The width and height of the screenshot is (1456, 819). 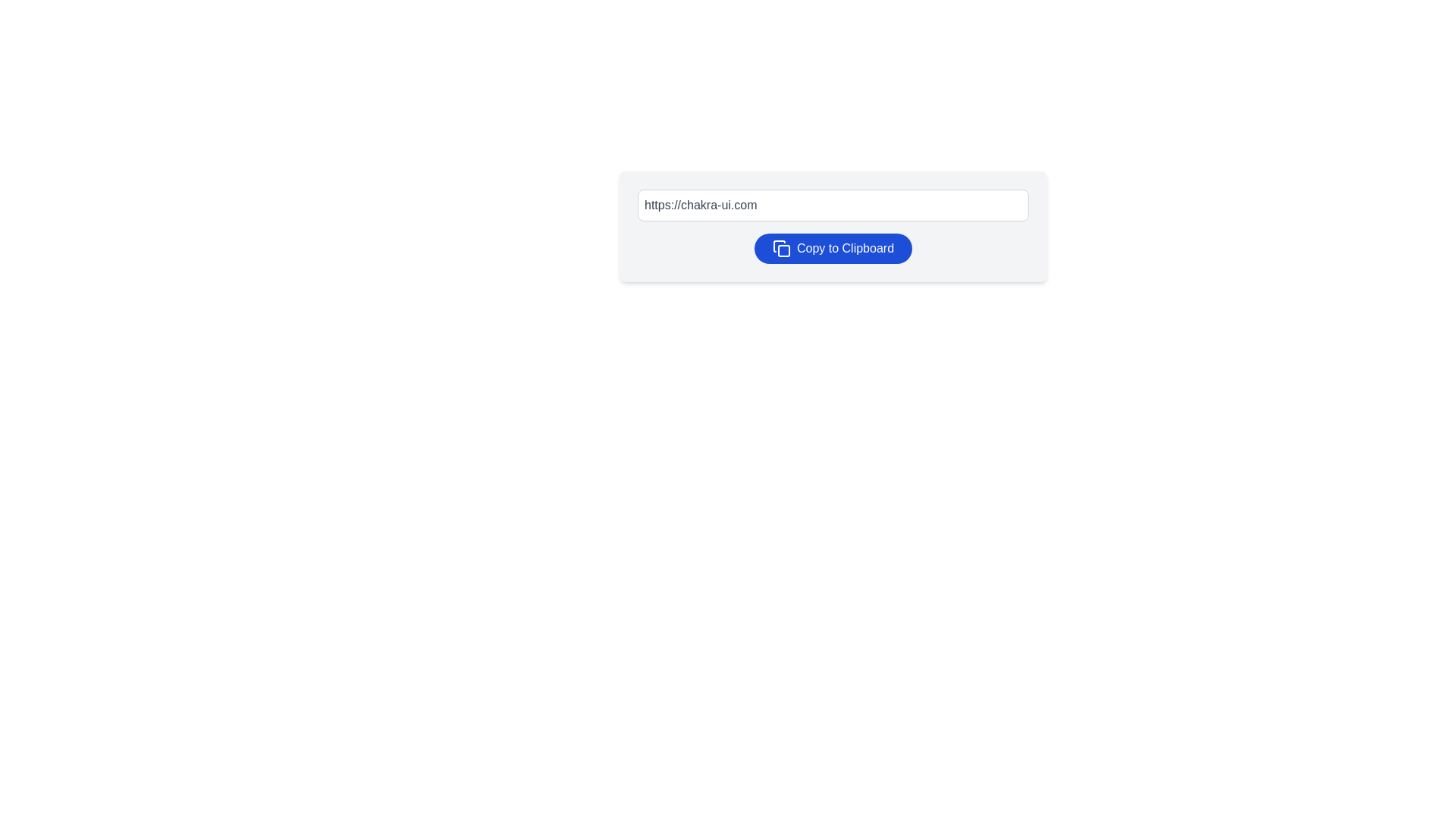 What do you see at coordinates (782, 247) in the screenshot?
I see `the copy icon located on the left side of the 'Copy to Clipboard' button` at bounding box center [782, 247].